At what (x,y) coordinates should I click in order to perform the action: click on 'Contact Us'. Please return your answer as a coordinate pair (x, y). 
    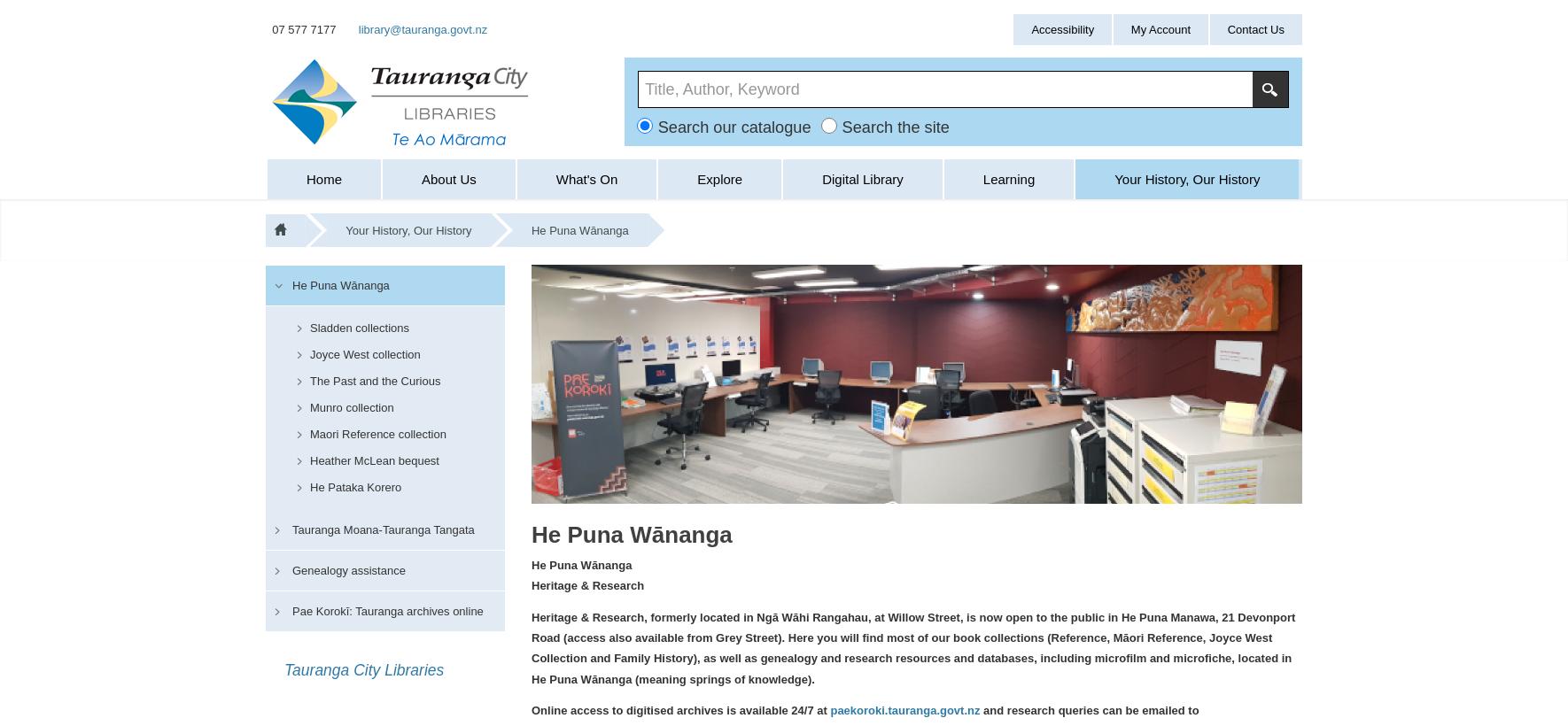
    Looking at the image, I should click on (1255, 28).